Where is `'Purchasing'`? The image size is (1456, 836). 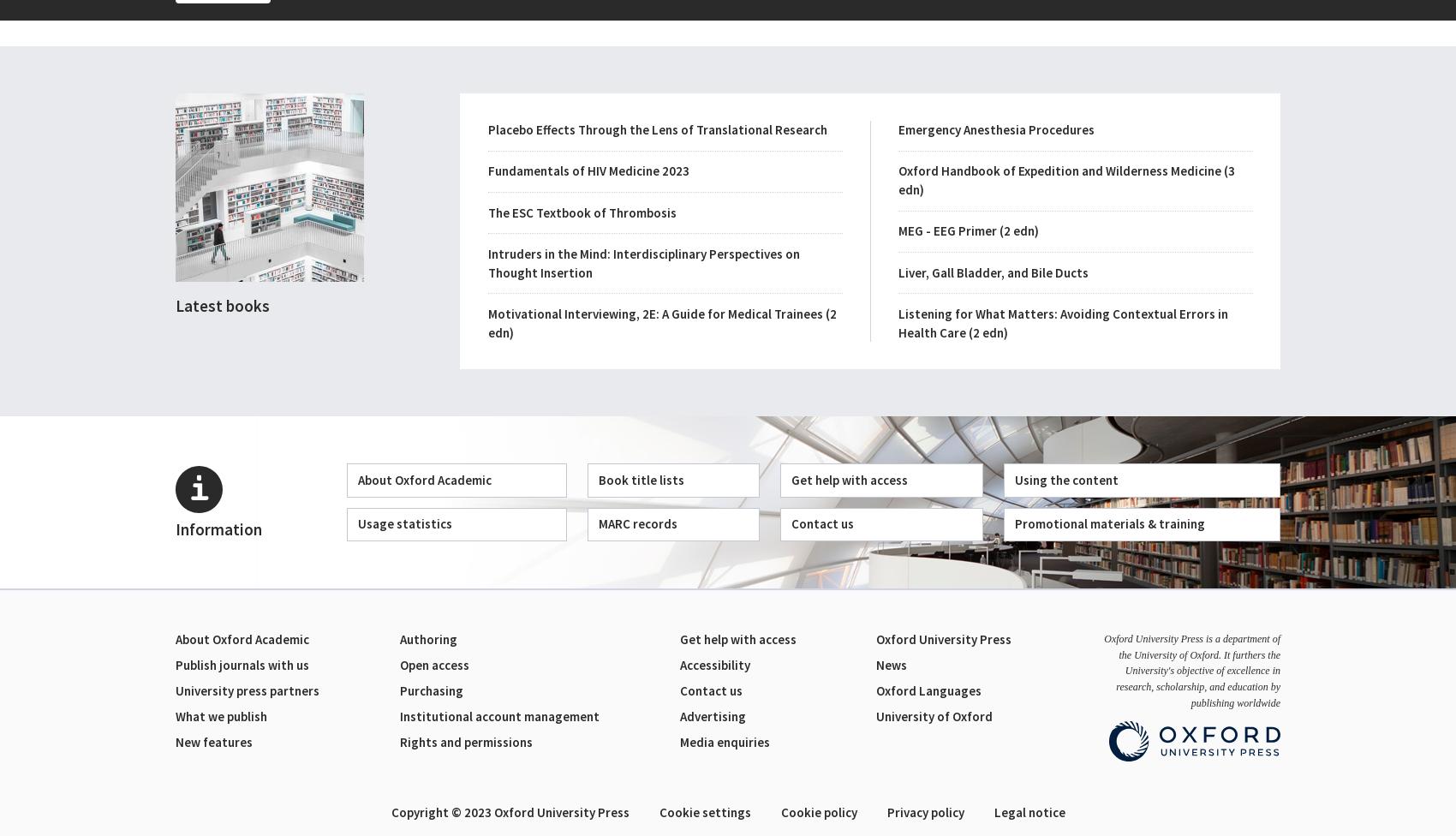 'Purchasing' is located at coordinates (431, 690).